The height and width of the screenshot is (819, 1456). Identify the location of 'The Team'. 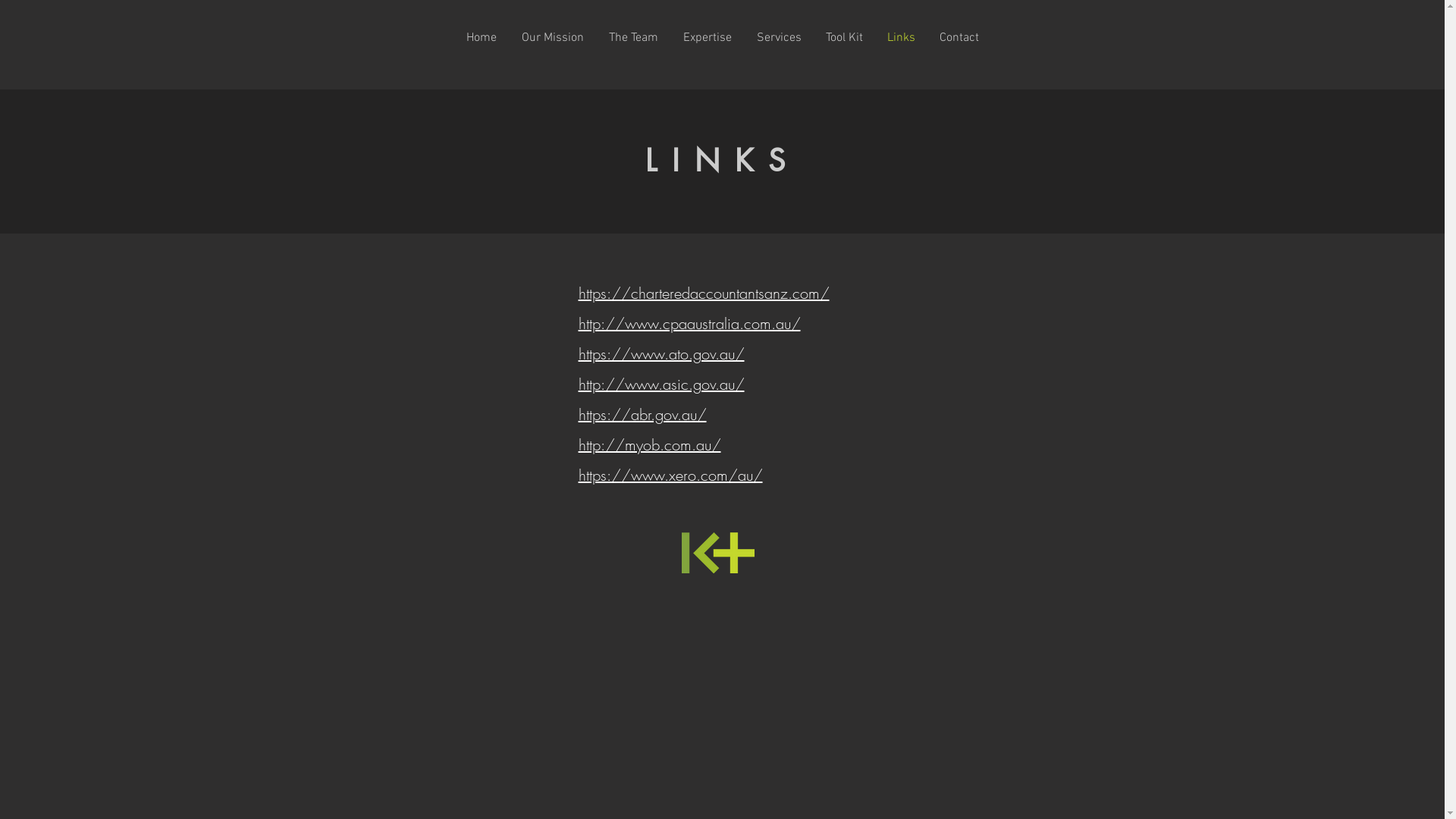
(633, 37).